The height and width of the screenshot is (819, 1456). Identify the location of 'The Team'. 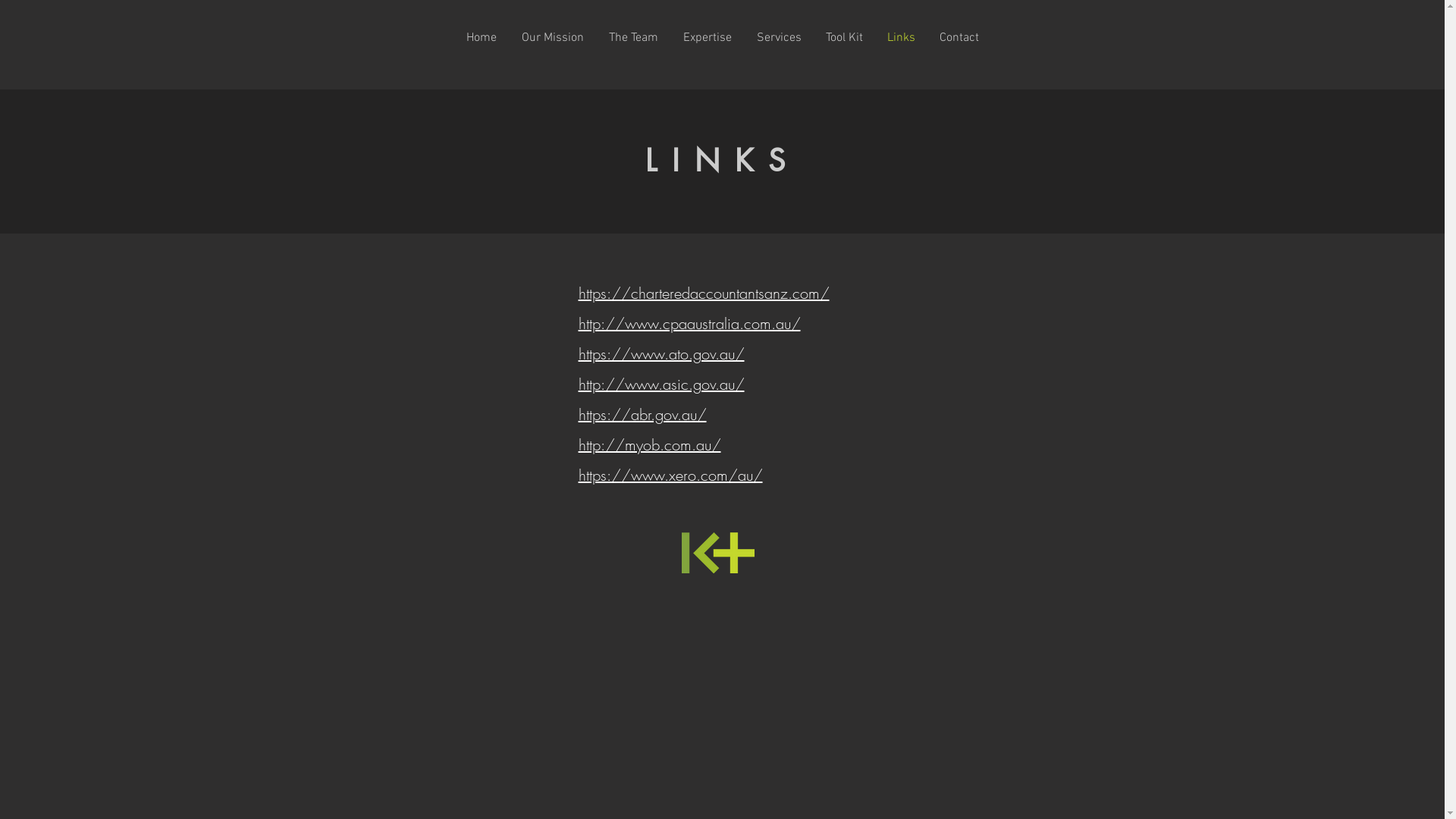
(633, 37).